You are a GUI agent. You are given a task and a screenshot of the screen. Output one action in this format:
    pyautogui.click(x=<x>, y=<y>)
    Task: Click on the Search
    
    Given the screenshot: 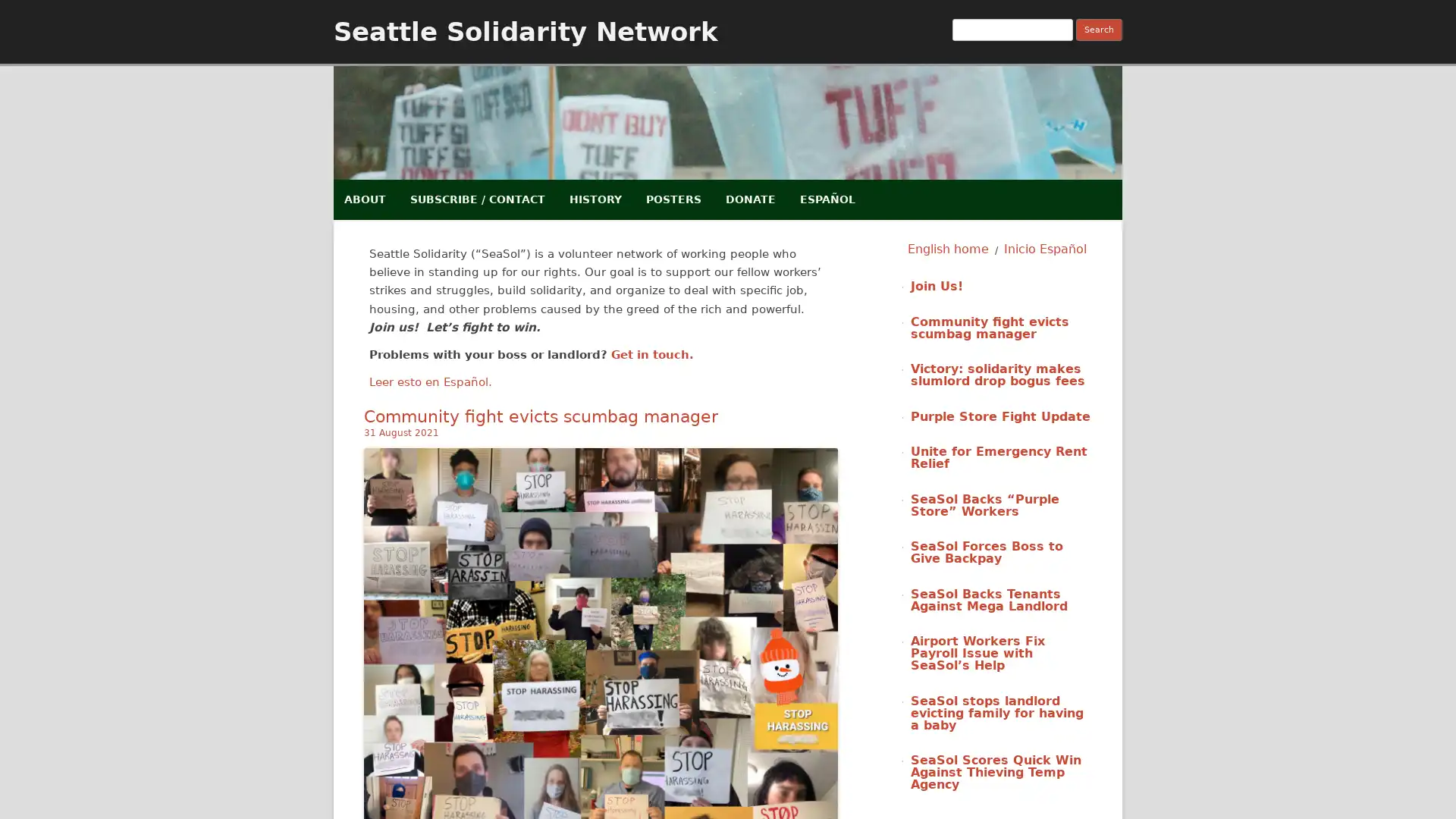 What is the action you would take?
    pyautogui.click(x=1099, y=30)
    